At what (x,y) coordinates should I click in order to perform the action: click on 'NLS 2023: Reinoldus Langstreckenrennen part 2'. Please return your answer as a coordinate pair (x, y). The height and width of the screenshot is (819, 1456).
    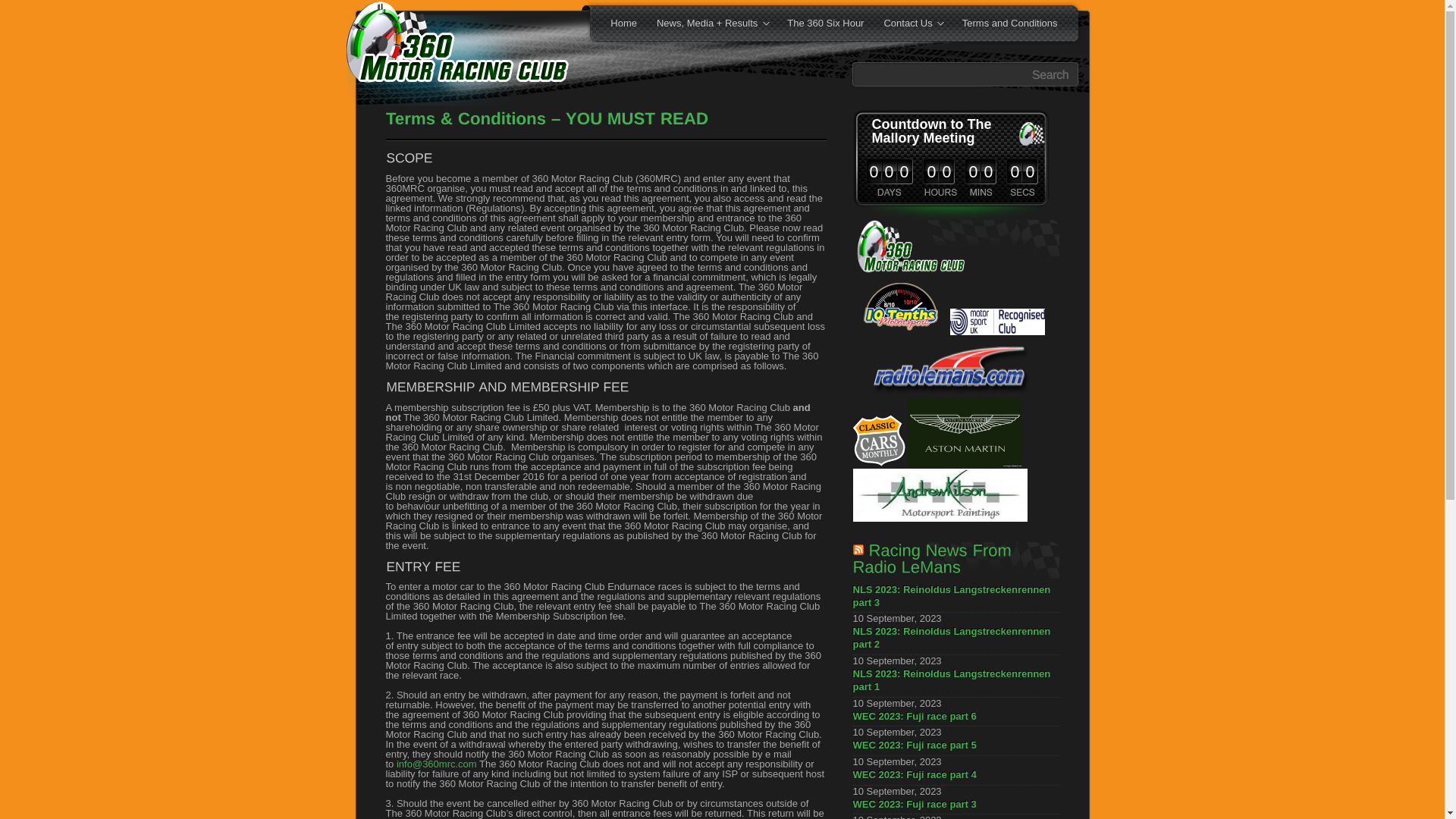
    Looking at the image, I should click on (852, 640).